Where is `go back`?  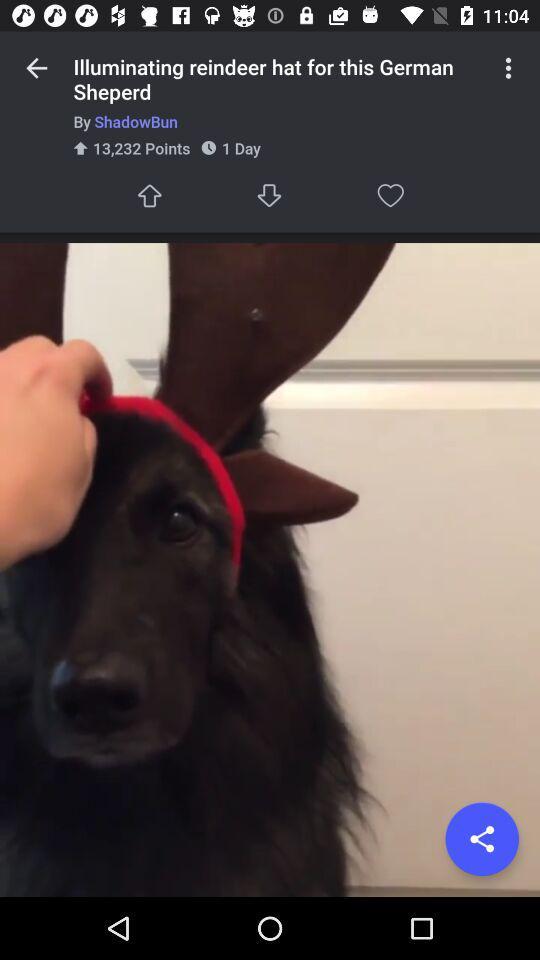 go back is located at coordinates (36, 68).